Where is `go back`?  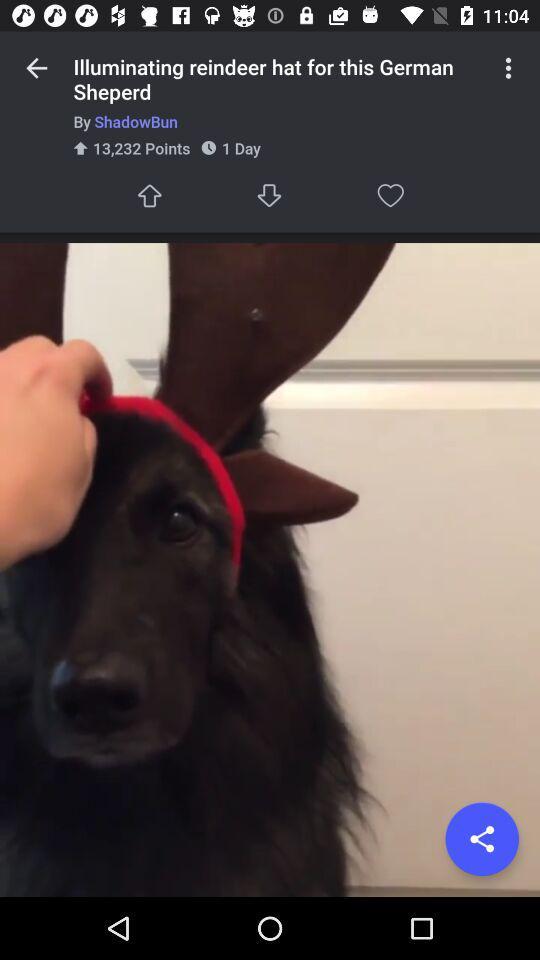 go back is located at coordinates (36, 68).